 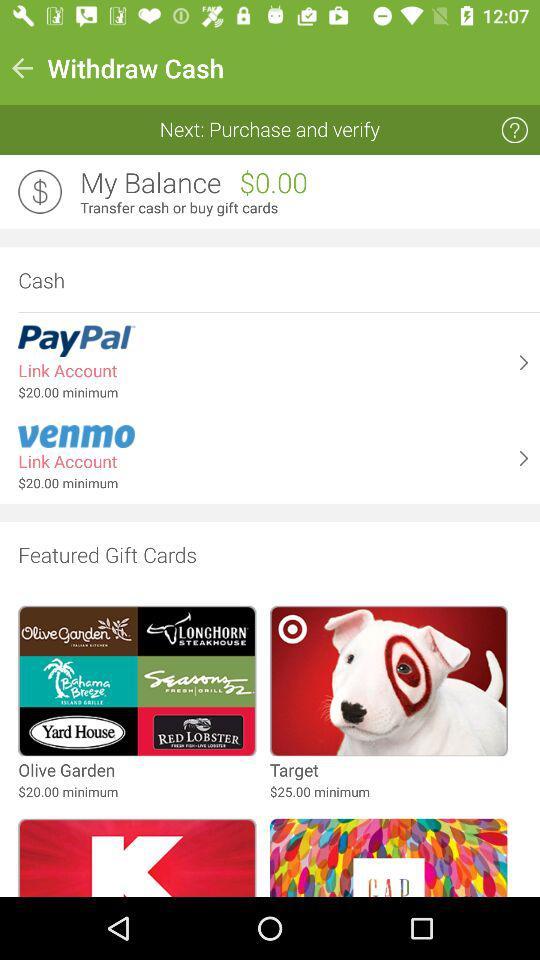 I want to click on the icon next to withdraw cash icon, so click(x=21, y=68).